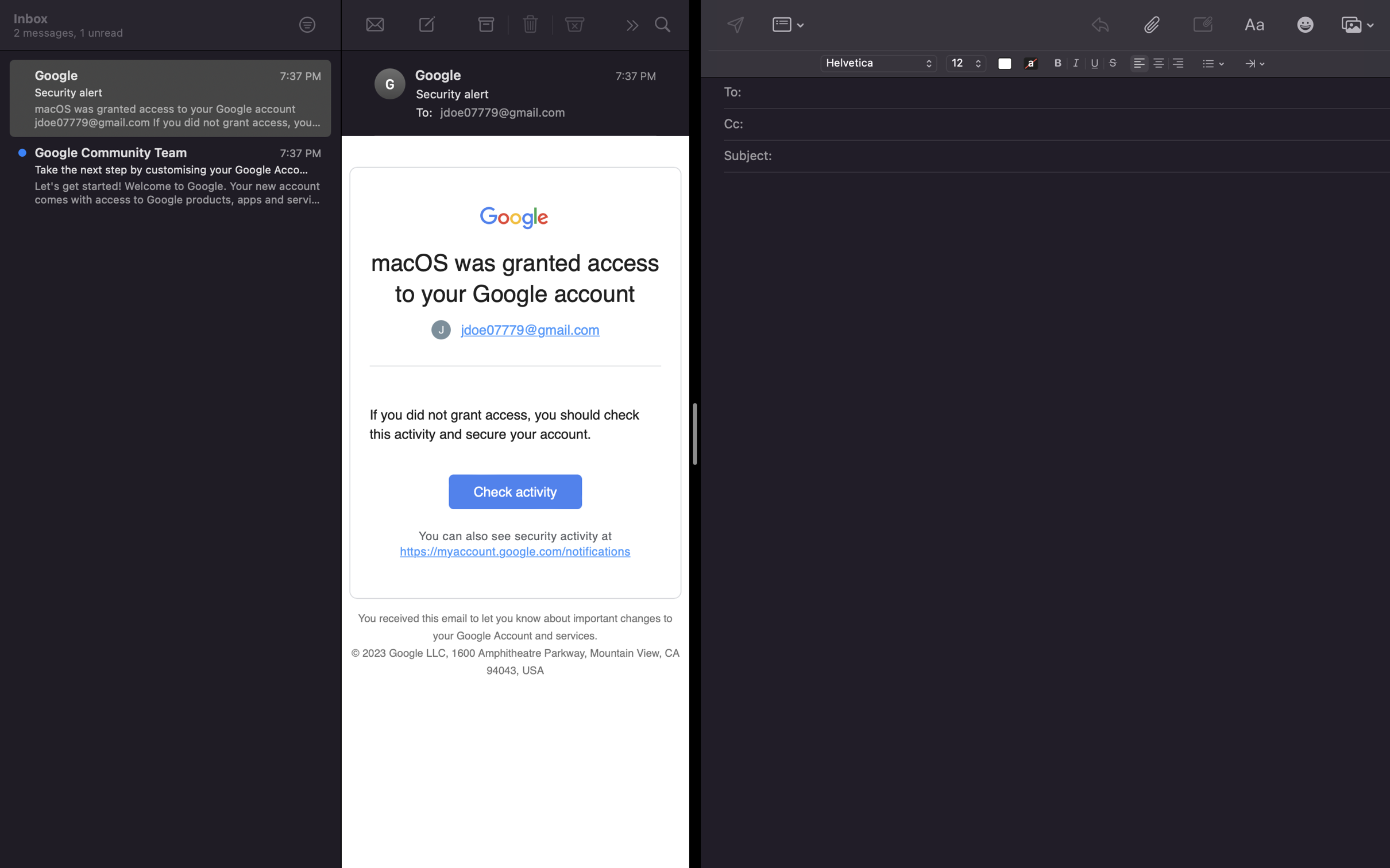 Image resolution: width=1390 pixels, height=868 pixels. Describe the element at coordinates (1071, 157) in the screenshot. I see `Put the subject as "Application for job"` at that location.